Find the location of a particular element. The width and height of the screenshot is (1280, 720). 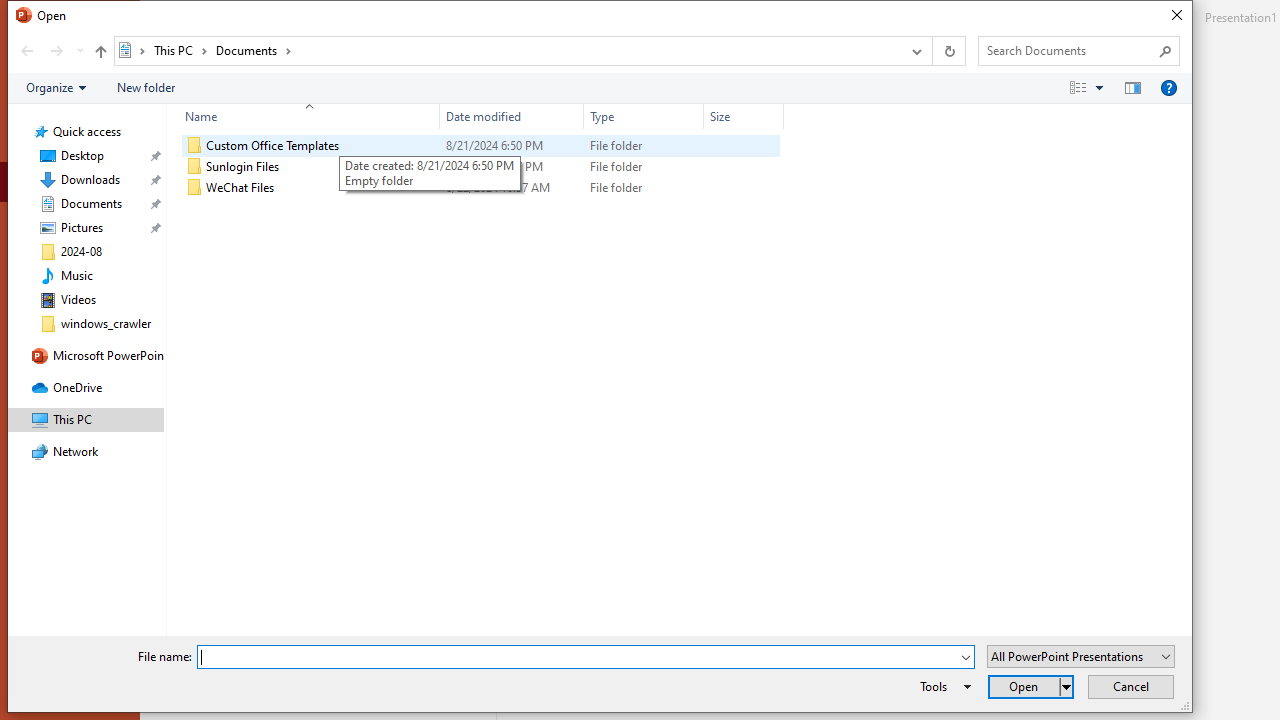

'Tools' is located at coordinates (941, 685).